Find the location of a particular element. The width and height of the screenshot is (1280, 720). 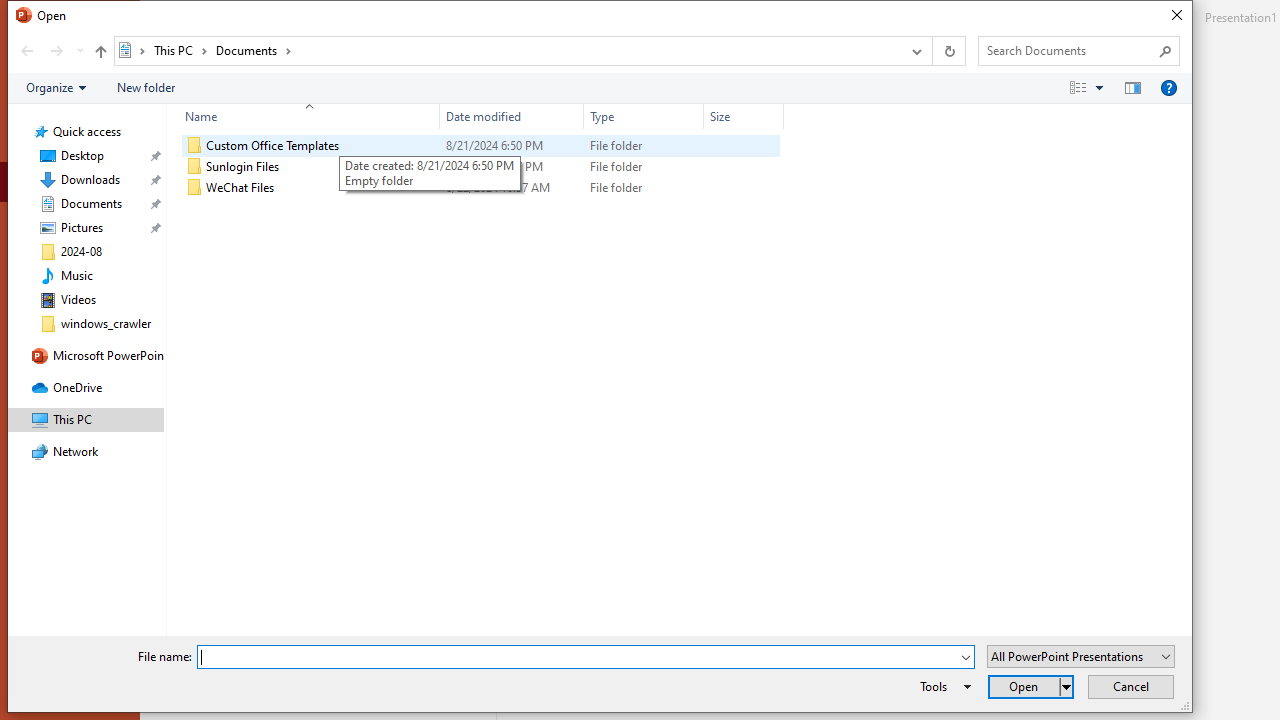

'Tools' is located at coordinates (941, 685).